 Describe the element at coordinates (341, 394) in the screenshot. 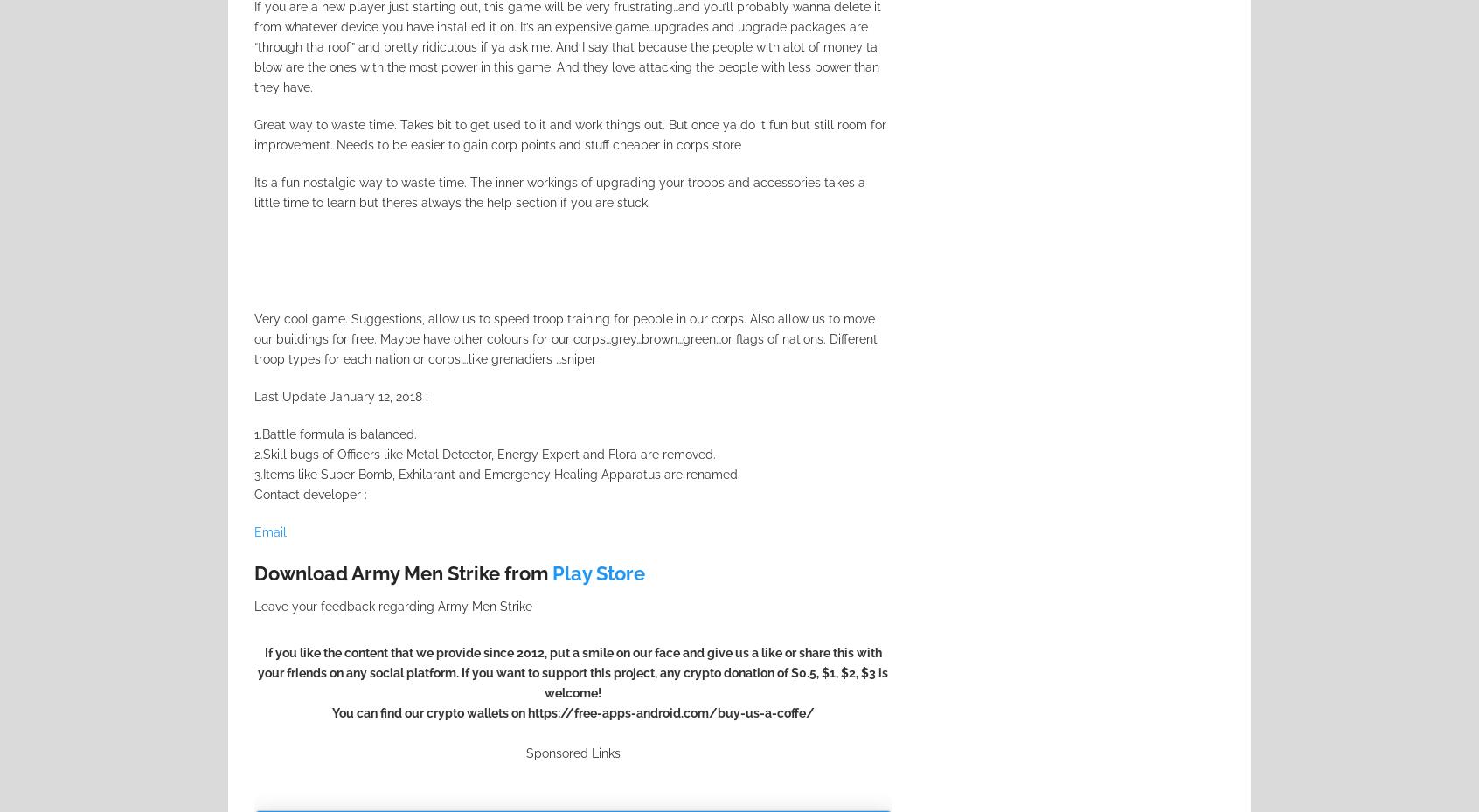

I see `'Last Update January 12, 2018 :'` at that location.